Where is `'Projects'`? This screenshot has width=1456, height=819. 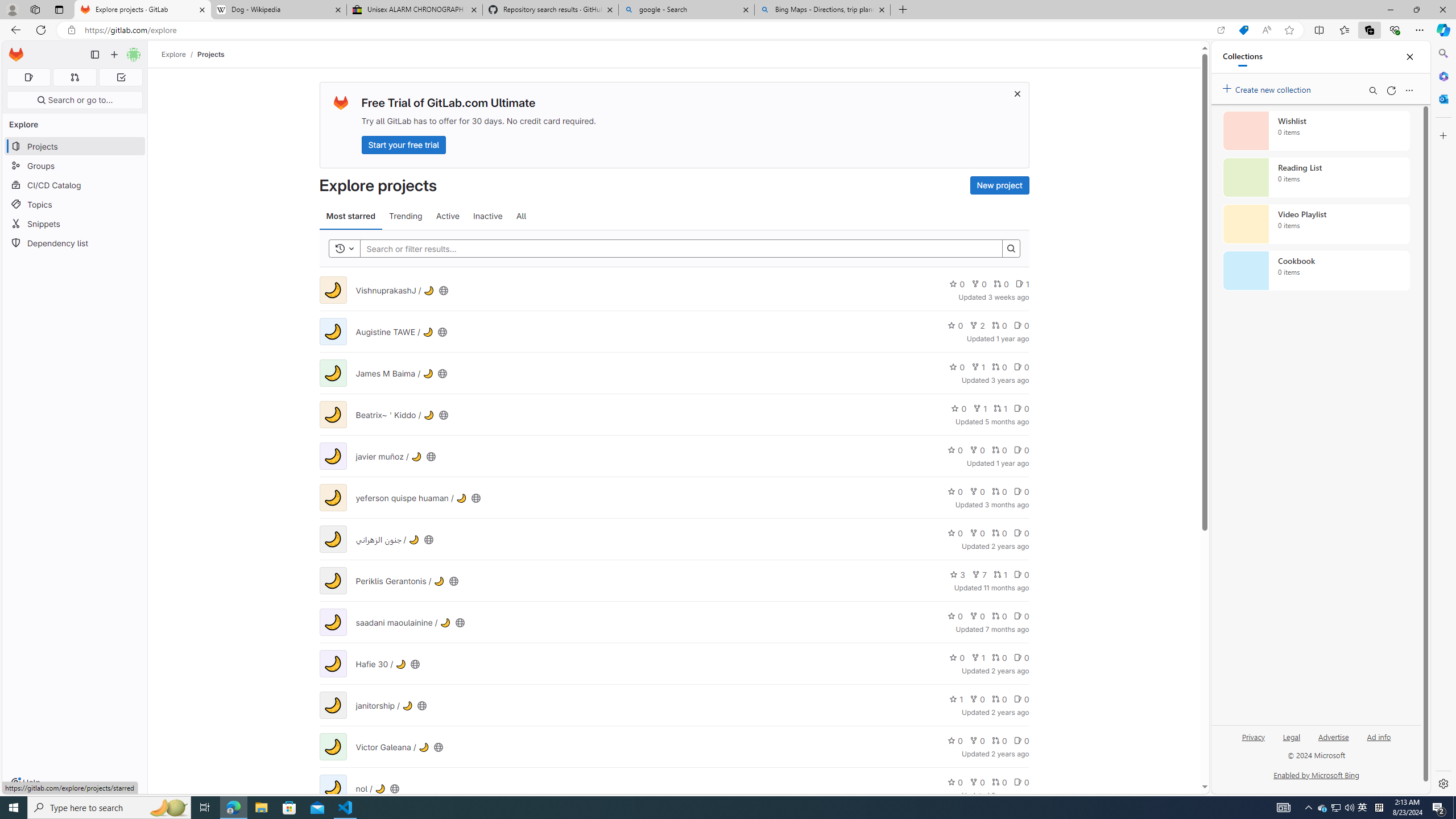 'Projects' is located at coordinates (210, 54).